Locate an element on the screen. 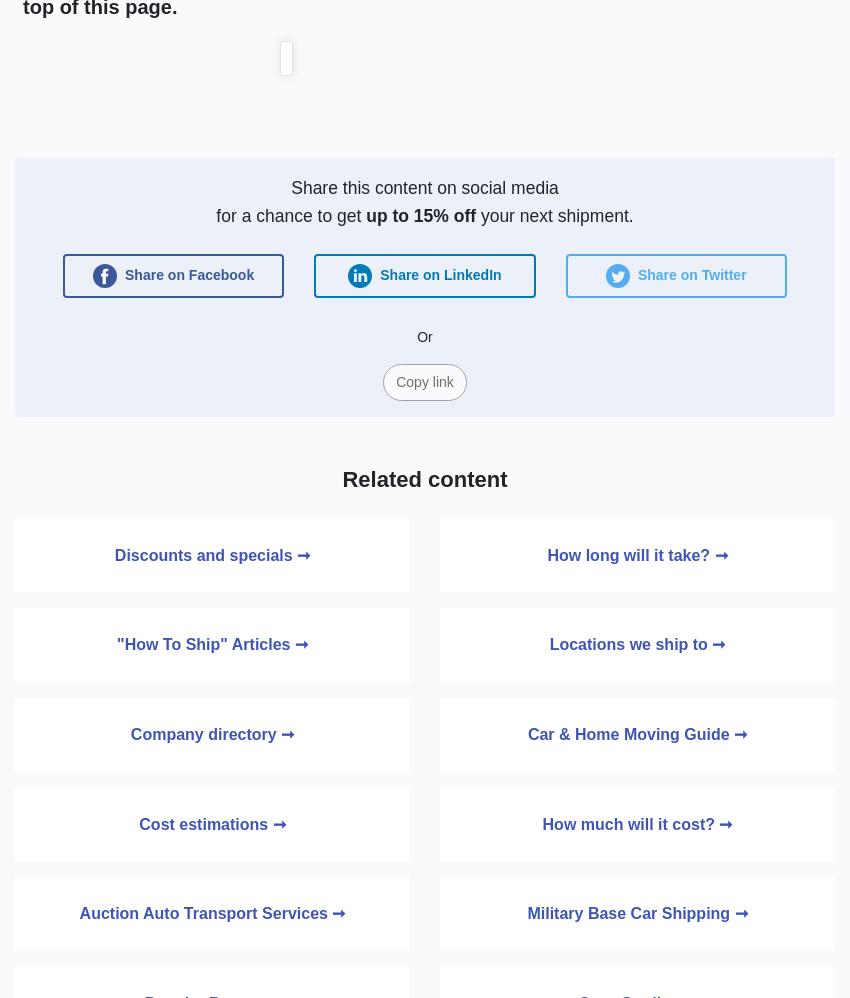 The width and height of the screenshot is (850, 998). 'Military Base Car Shipping ➞' is located at coordinates (635, 913).